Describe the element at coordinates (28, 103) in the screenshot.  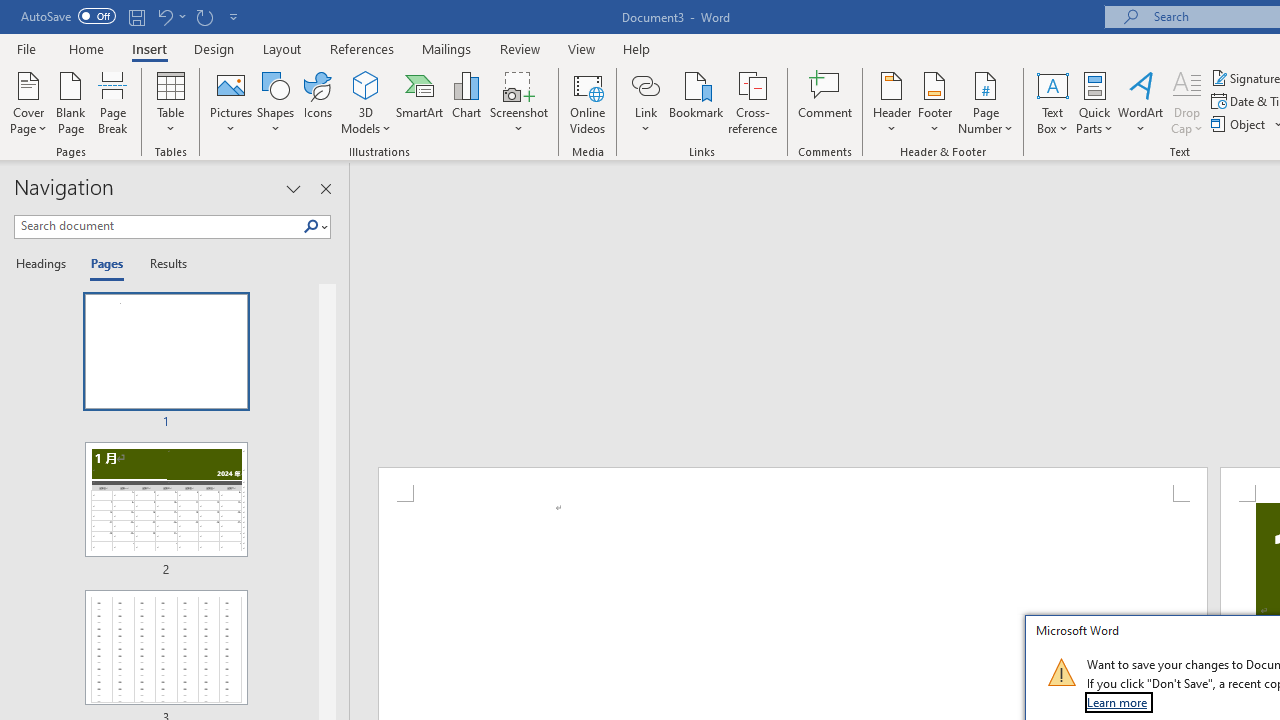
I see `'Cover Page'` at that location.